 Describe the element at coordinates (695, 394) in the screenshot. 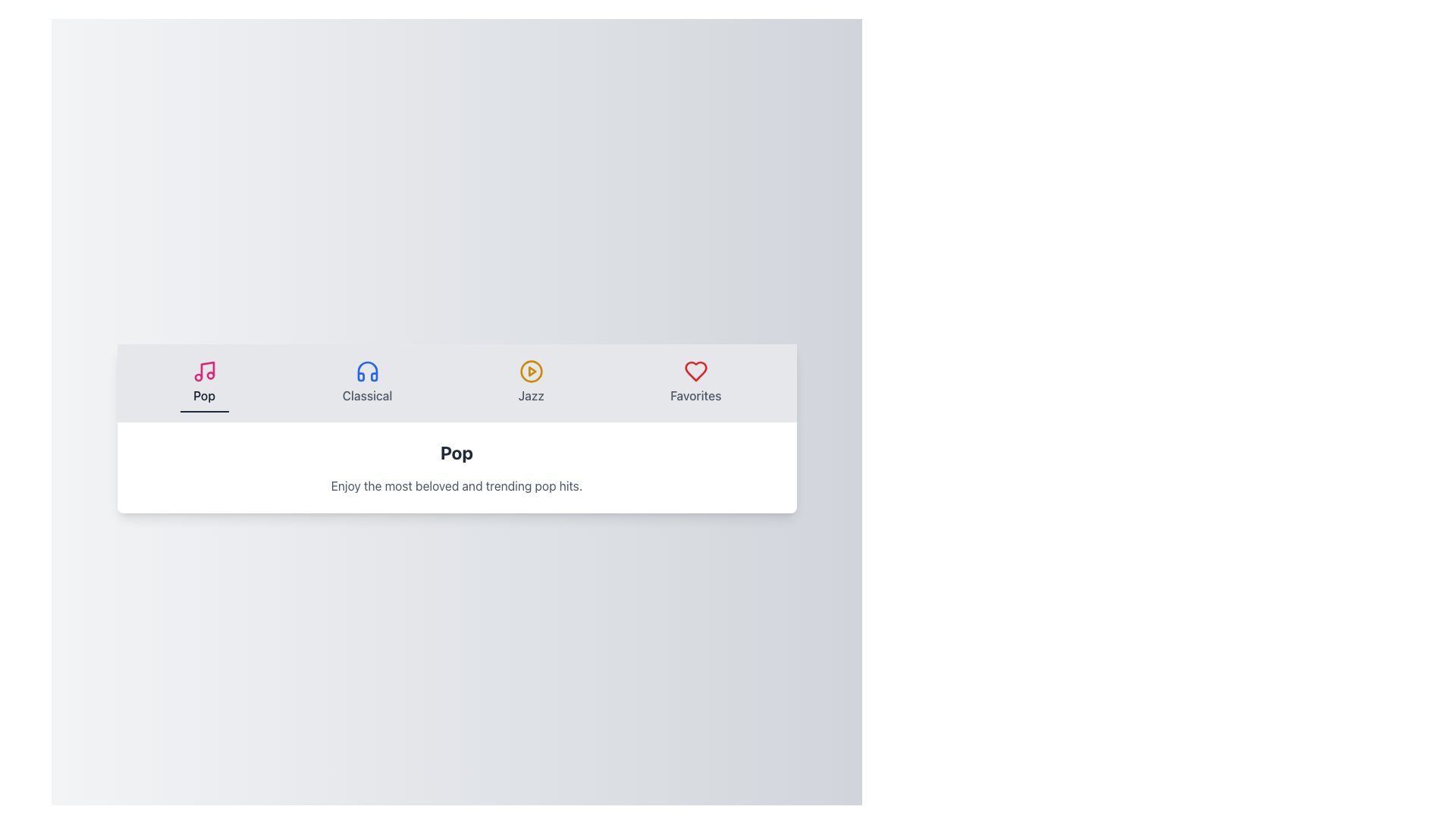

I see `the static text label 'Favorites' which is positioned below the heart icon in the top-right horizontal menu` at that location.